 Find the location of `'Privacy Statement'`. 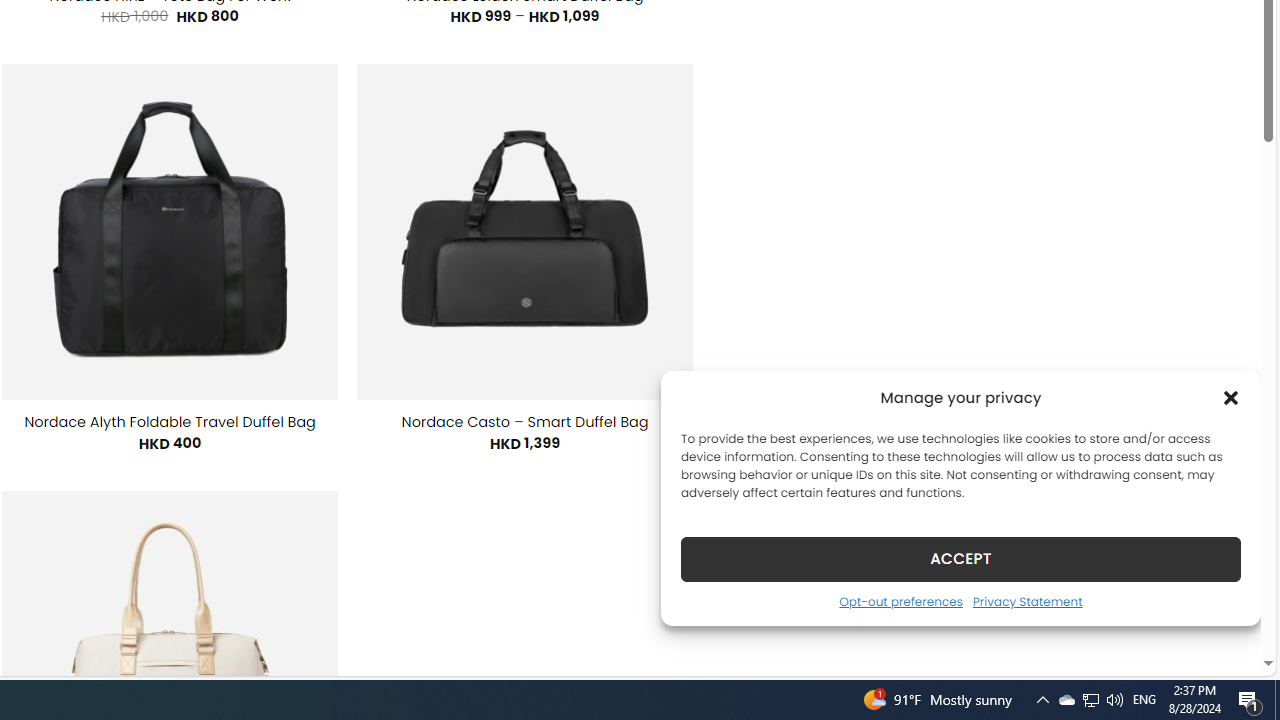

'Privacy Statement' is located at coordinates (1027, 600).